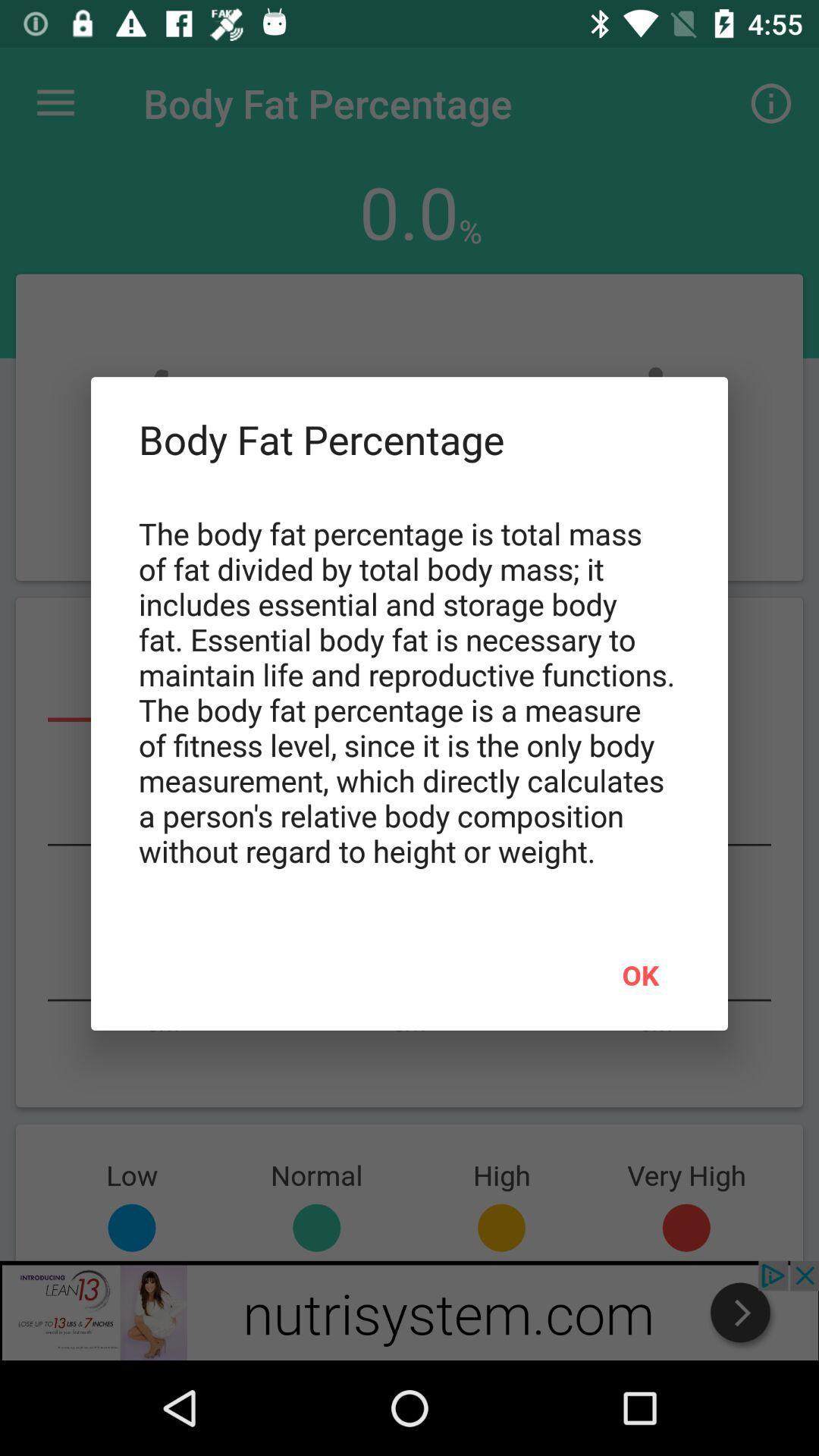 This screenshot has width=819, height=1456. I want to click on ok item, so click(640, 974).